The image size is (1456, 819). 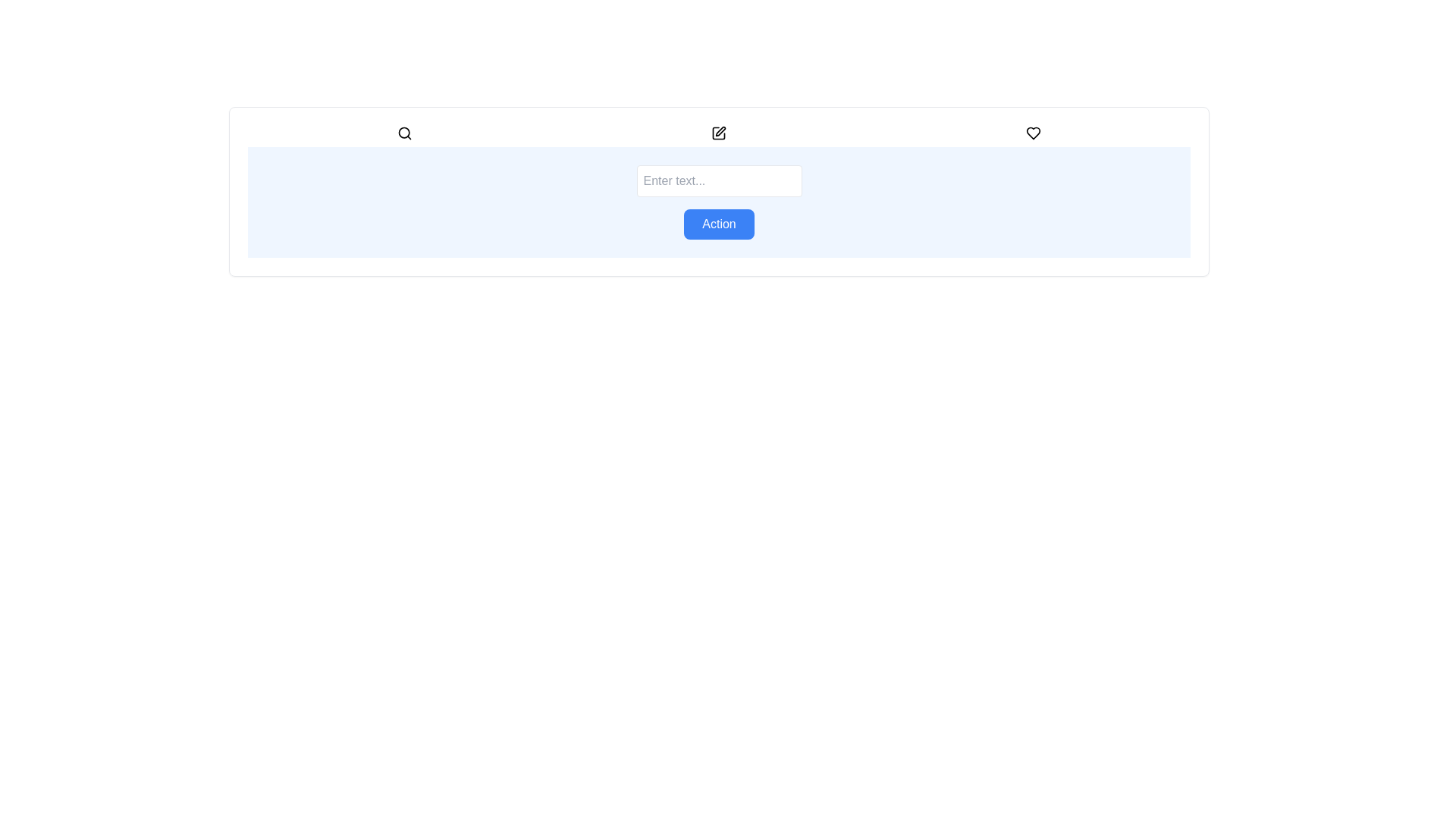 I want to click on the tab corresponding to Favorites, so click(x=1032, y=133).